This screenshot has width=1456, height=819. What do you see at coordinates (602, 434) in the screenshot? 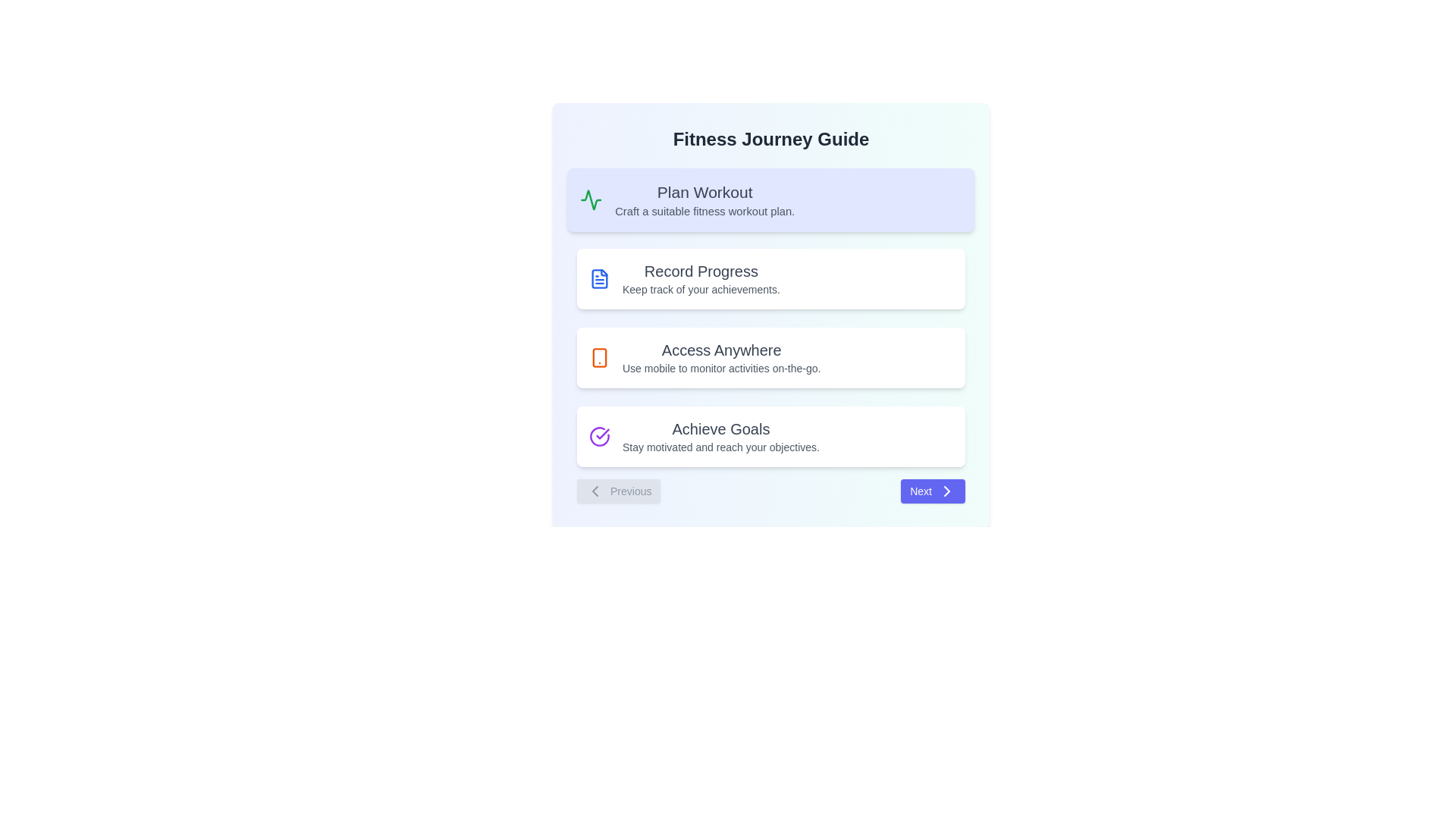
I see `the completed task indicator icon, which is a circular graphic located to the left of the 'Achieve Goals' label on the fourth row of the list` at bounding box center [602, 434].